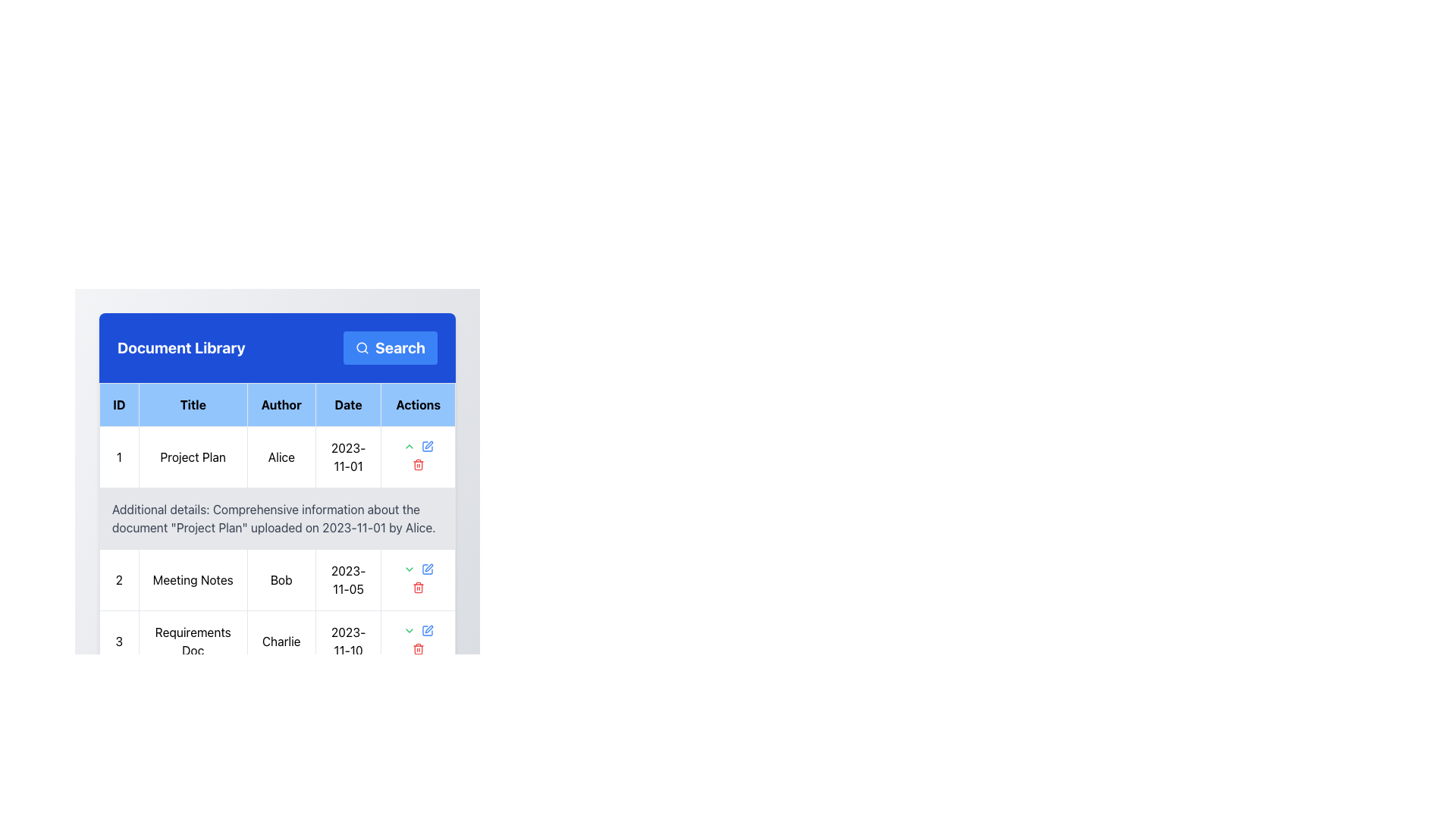 This screenshot has height=819, width=1456. What do you see at coordinates (361, 348) in the screenshot?
I see `the magnifying glass icon located at the leftmost part of the blue 'Search' button in the header of the 'Document Library' interface` at bounding box center [361, 348].